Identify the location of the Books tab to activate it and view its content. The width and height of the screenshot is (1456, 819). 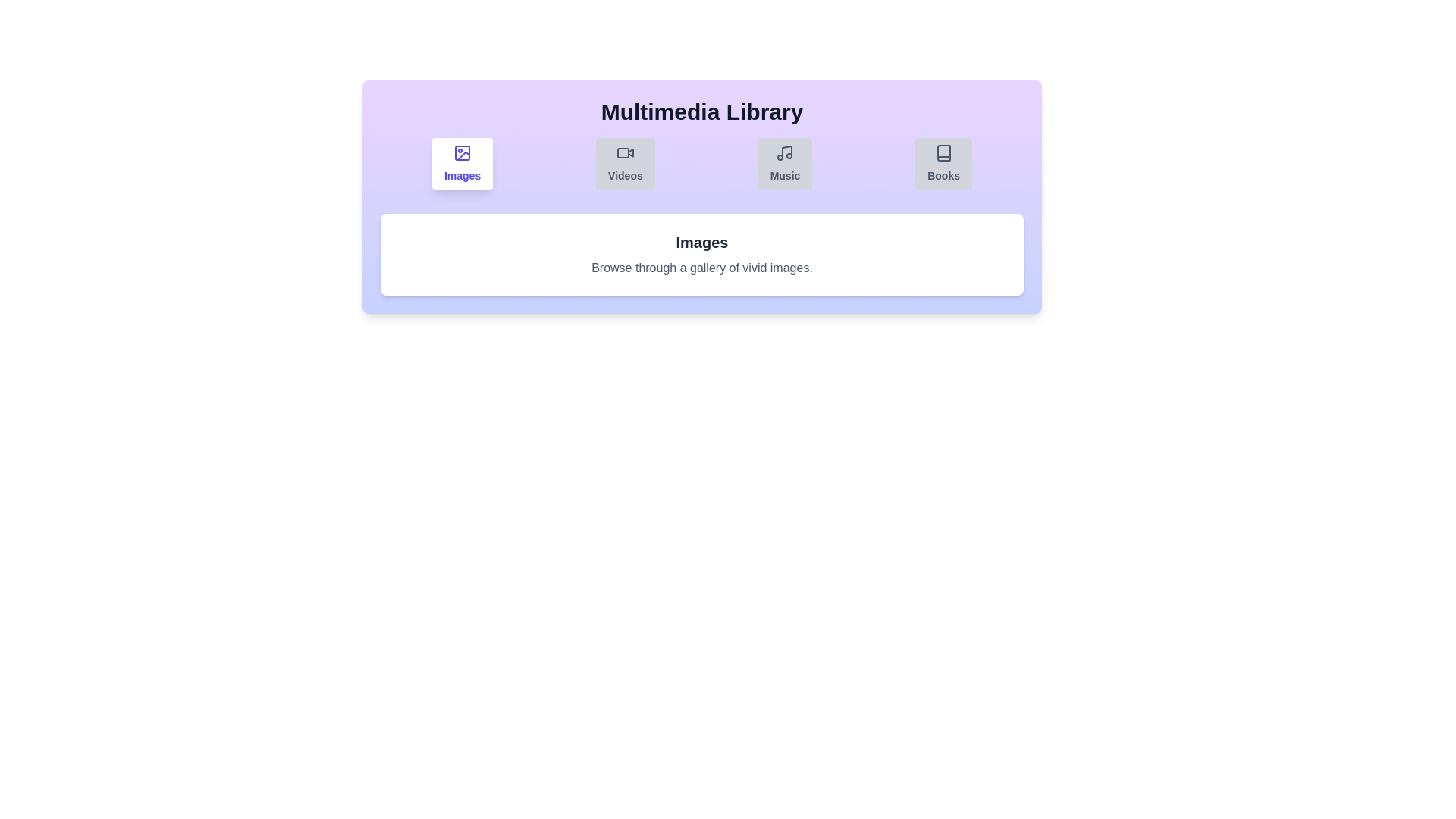
(943, 164).